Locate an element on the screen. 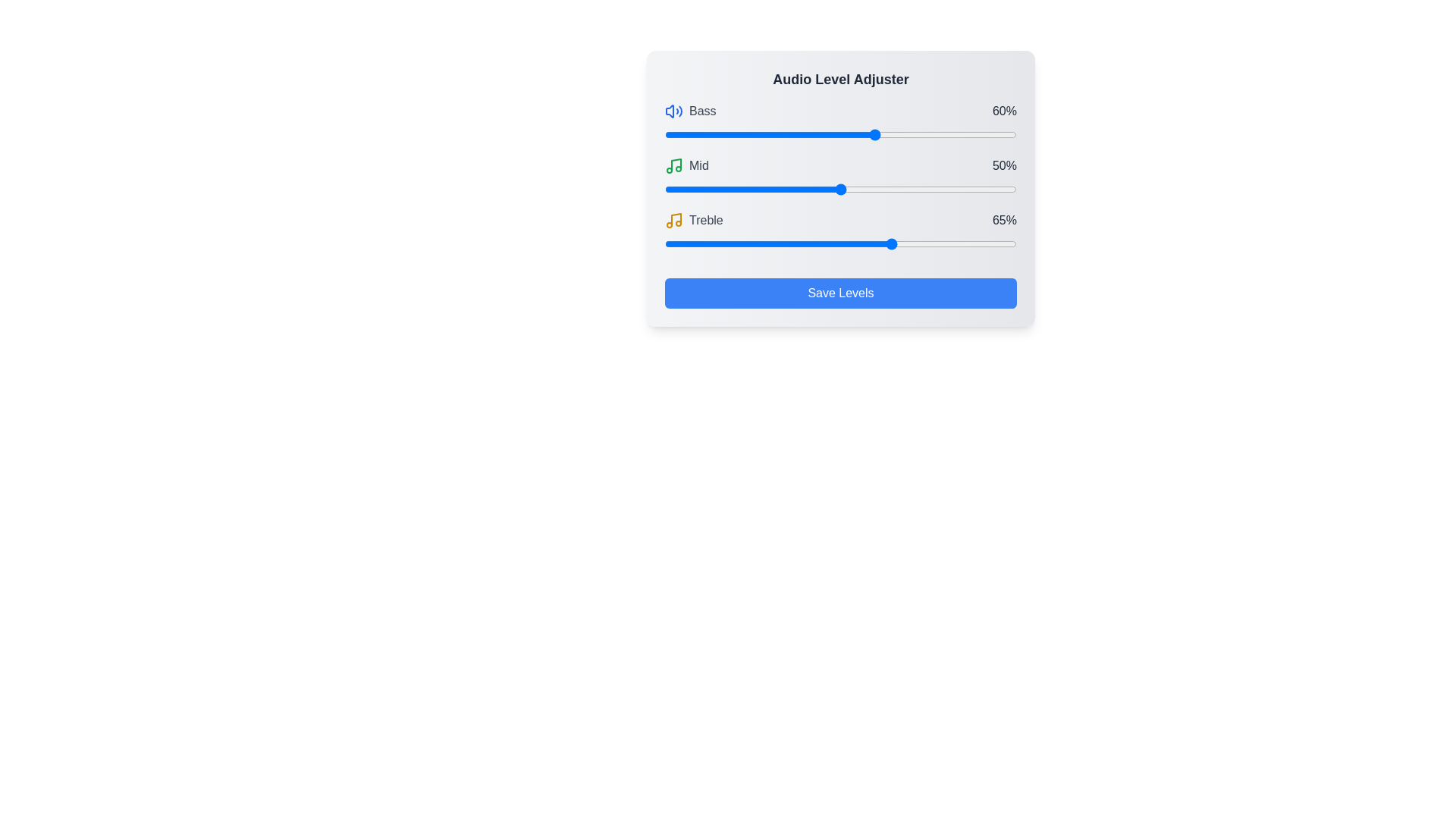 Image resolution: width=1456 pixels, height=819 pixels. the 'Mid' audio level is located at coordinates (706, 189).